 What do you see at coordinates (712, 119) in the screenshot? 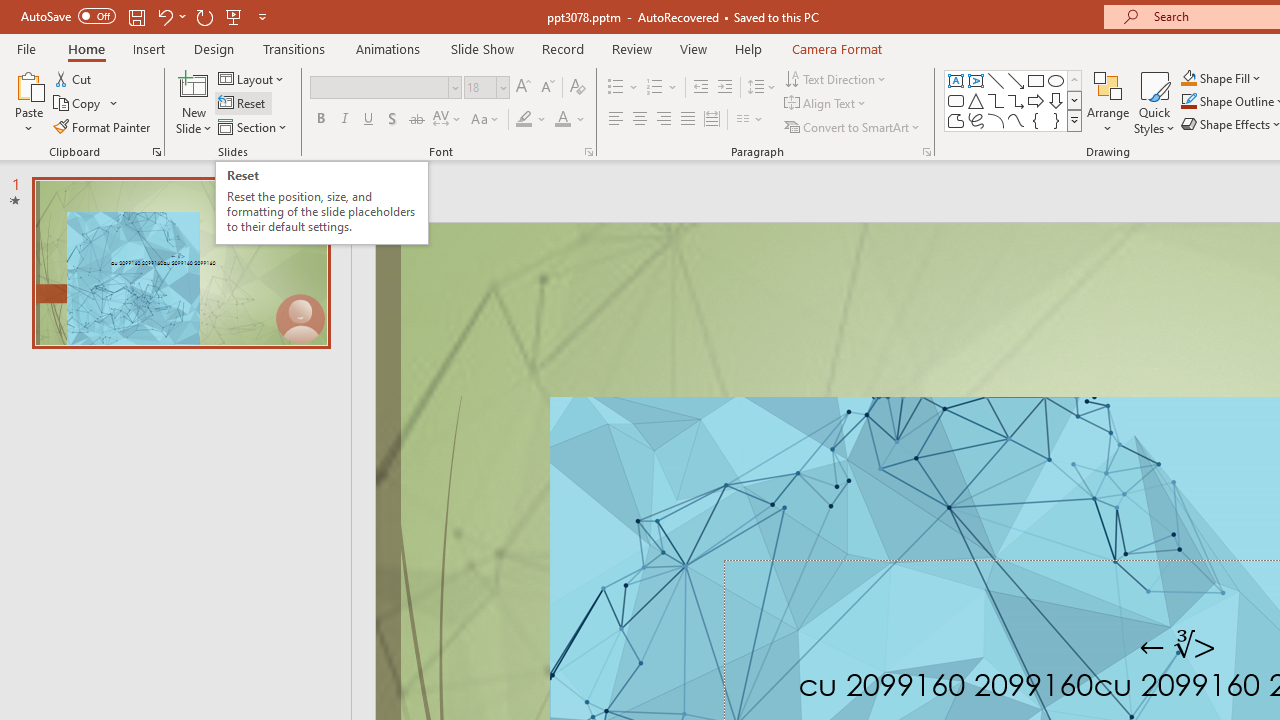
I see `'Distributed'` at bounding box center [712, 119].